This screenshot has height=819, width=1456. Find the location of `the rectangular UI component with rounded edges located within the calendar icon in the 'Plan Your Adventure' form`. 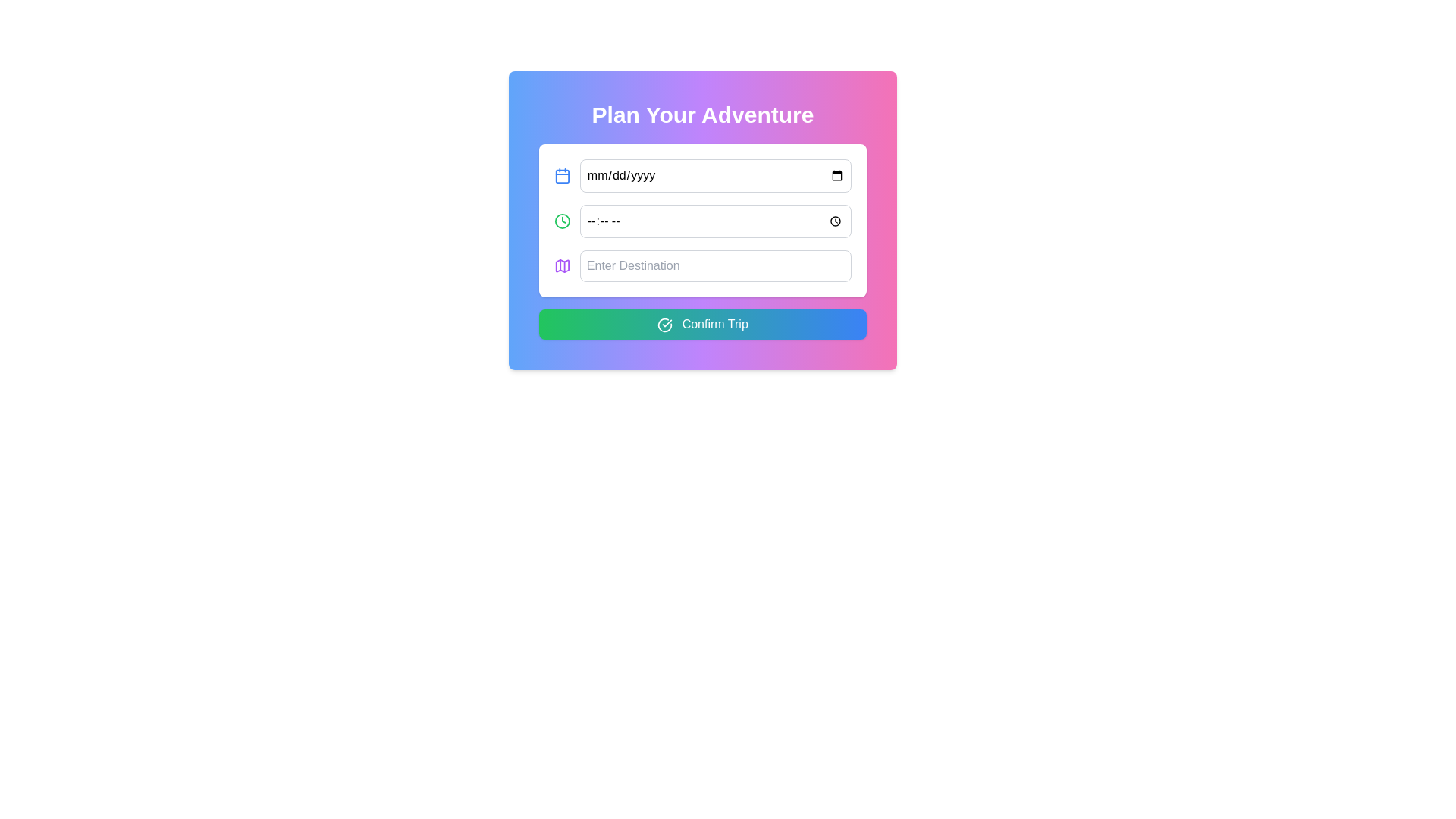

the rectangular UI component with rounded edges located within the calendar icon in the 'Plan Your Adventure' form is located at coordinates (561, 175).